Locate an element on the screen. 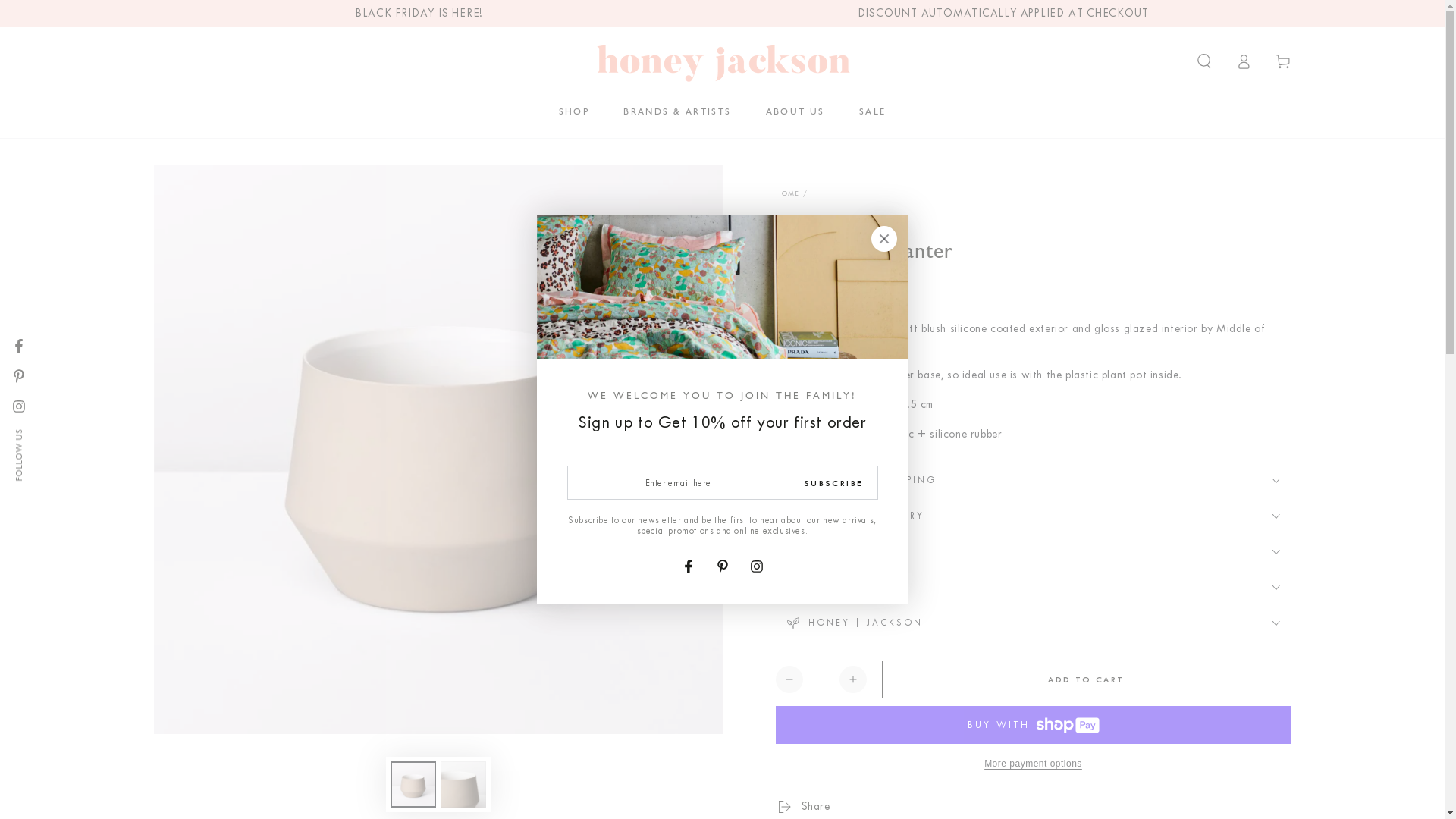 Image resolution: width=1456 pixels, height=819 pixels. 'Instagram' is located at coordinates (18, 406).